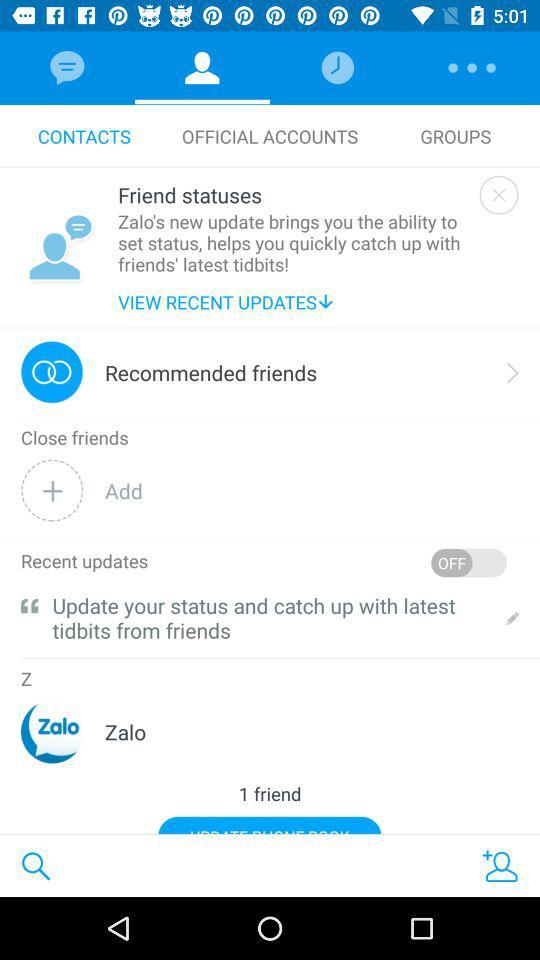 The width and height of the screenshot is (540, 960). Describe the element at coordinates (59, 246) in the screenshot. I see `the icon to the left of the friend statuses` at that location.